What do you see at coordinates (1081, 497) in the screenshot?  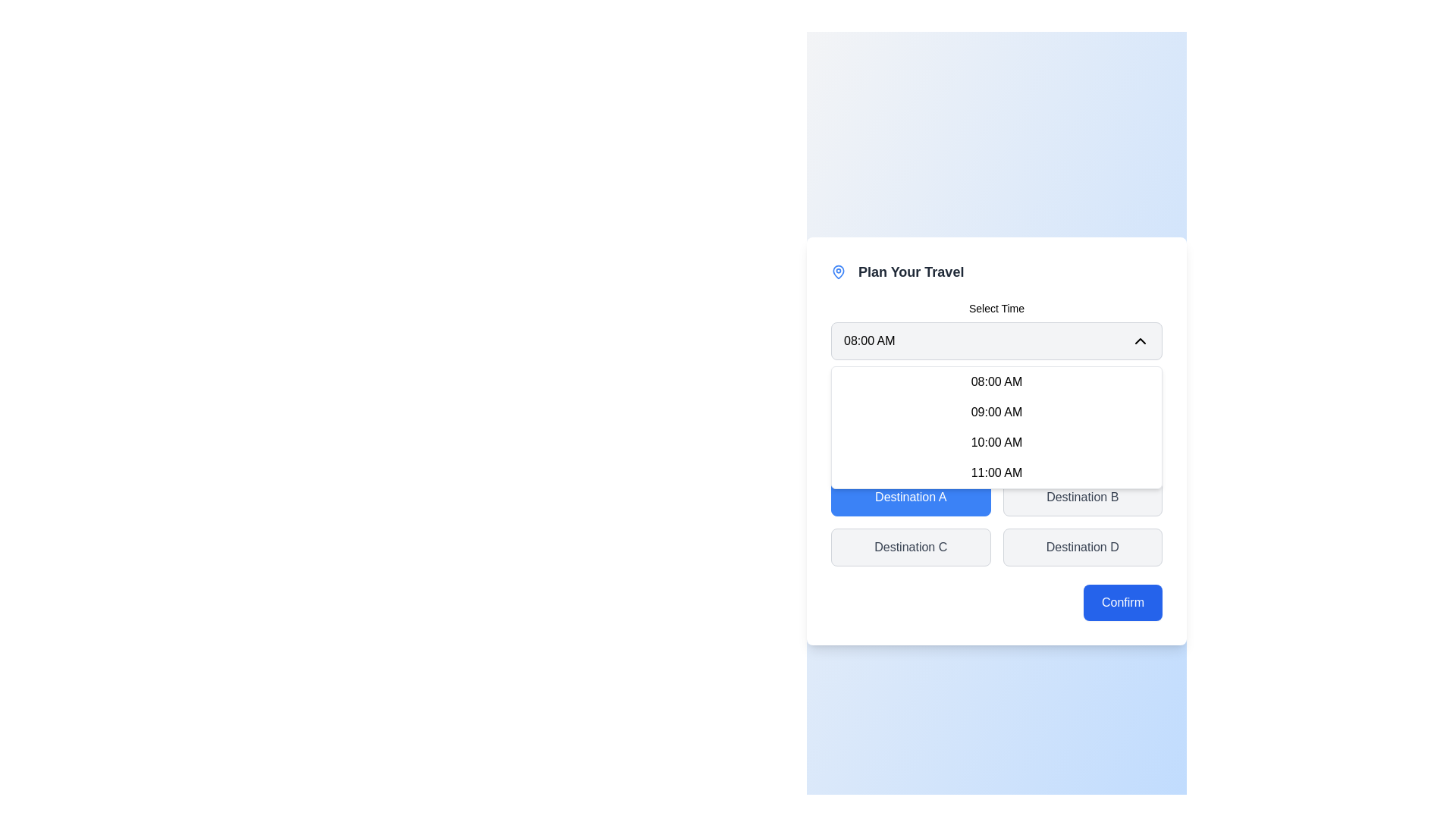 I see `the button labeled 'Destination B', which has a light gray background and medium-gray text` at bounding box center [1081, 497].